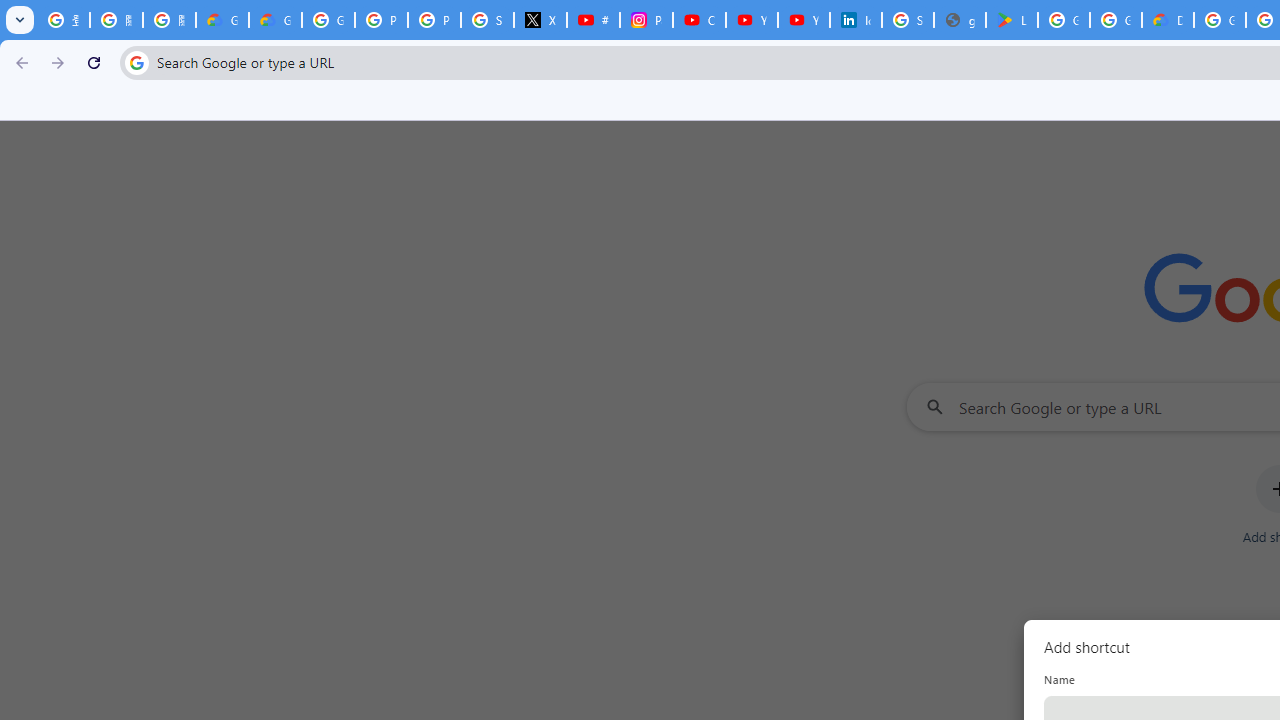 This screenshot has height=720, width=1280. I want to click on 'Google Workspace - Specific Terms', so click(1115, 20).